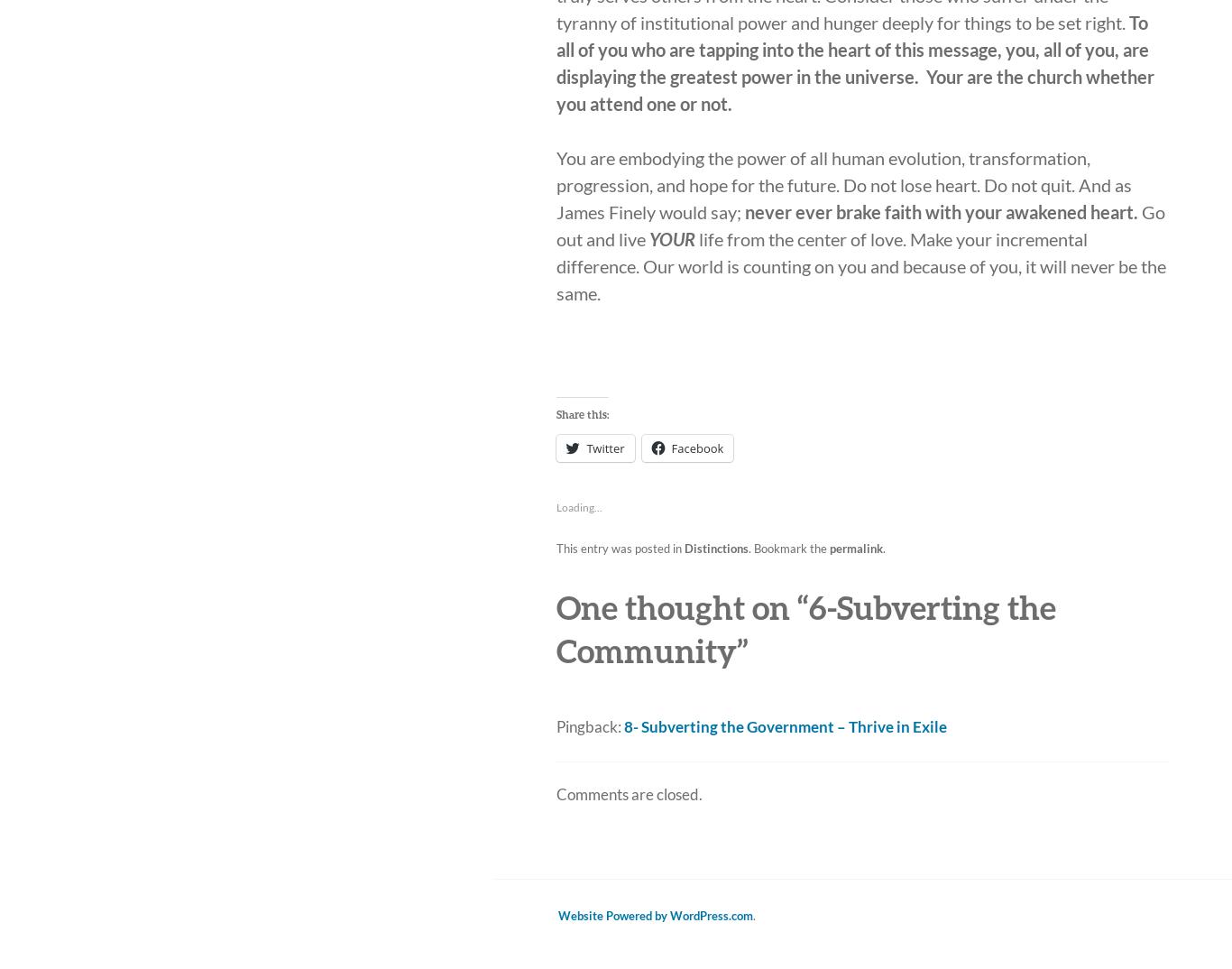  I want to click on '6-Subverting the Community', so click(805, 628).